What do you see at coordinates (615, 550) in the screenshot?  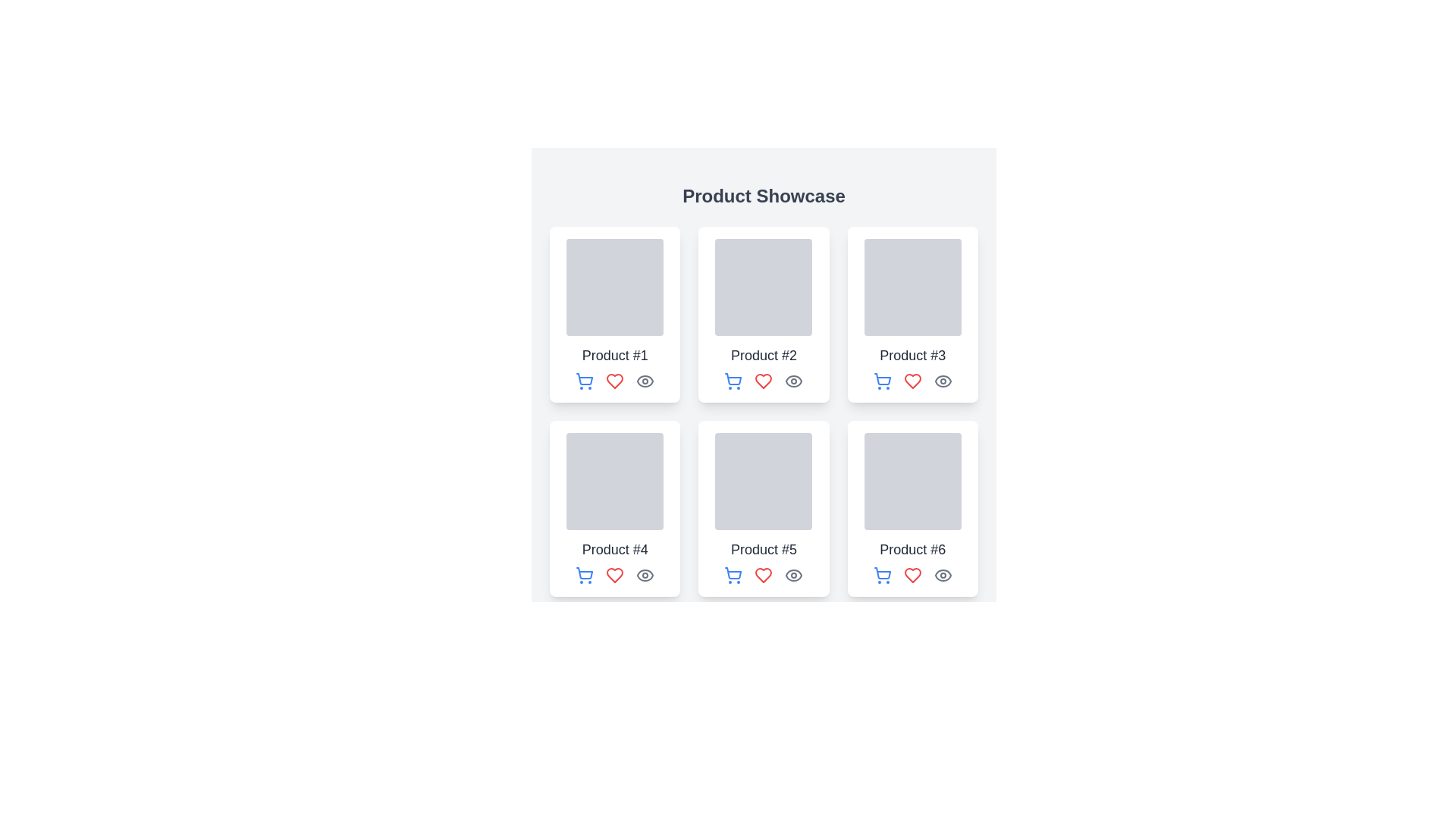 I see `the static text label reading 'Product #4', which is styled with a medium-sized font and dark gray color, positioned centrally within a rounded white card in a grid layout` at bounding box center [615, 550].